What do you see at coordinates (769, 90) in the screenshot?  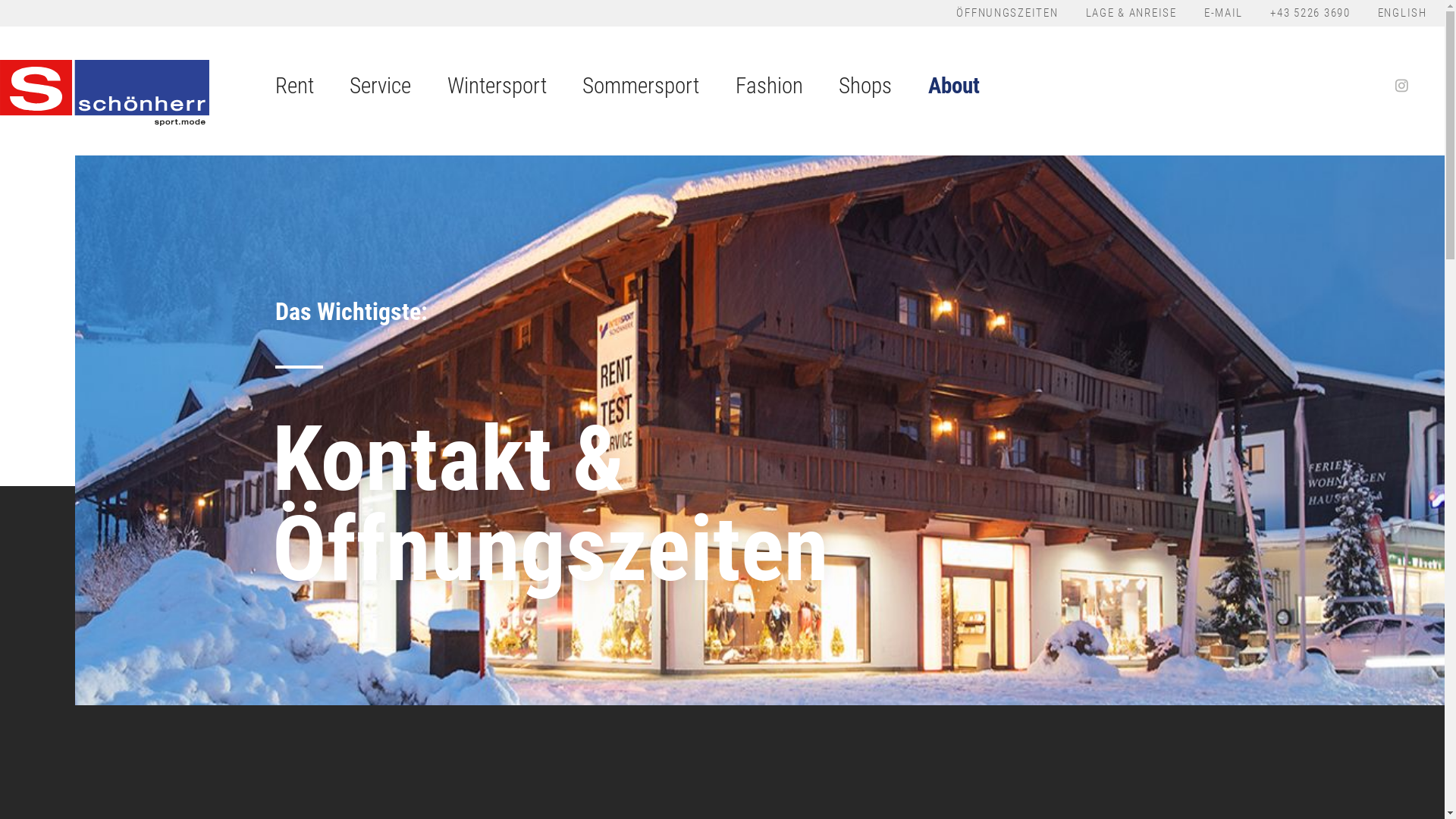 I see `'Fashion'` at bounding box center [769, 90].